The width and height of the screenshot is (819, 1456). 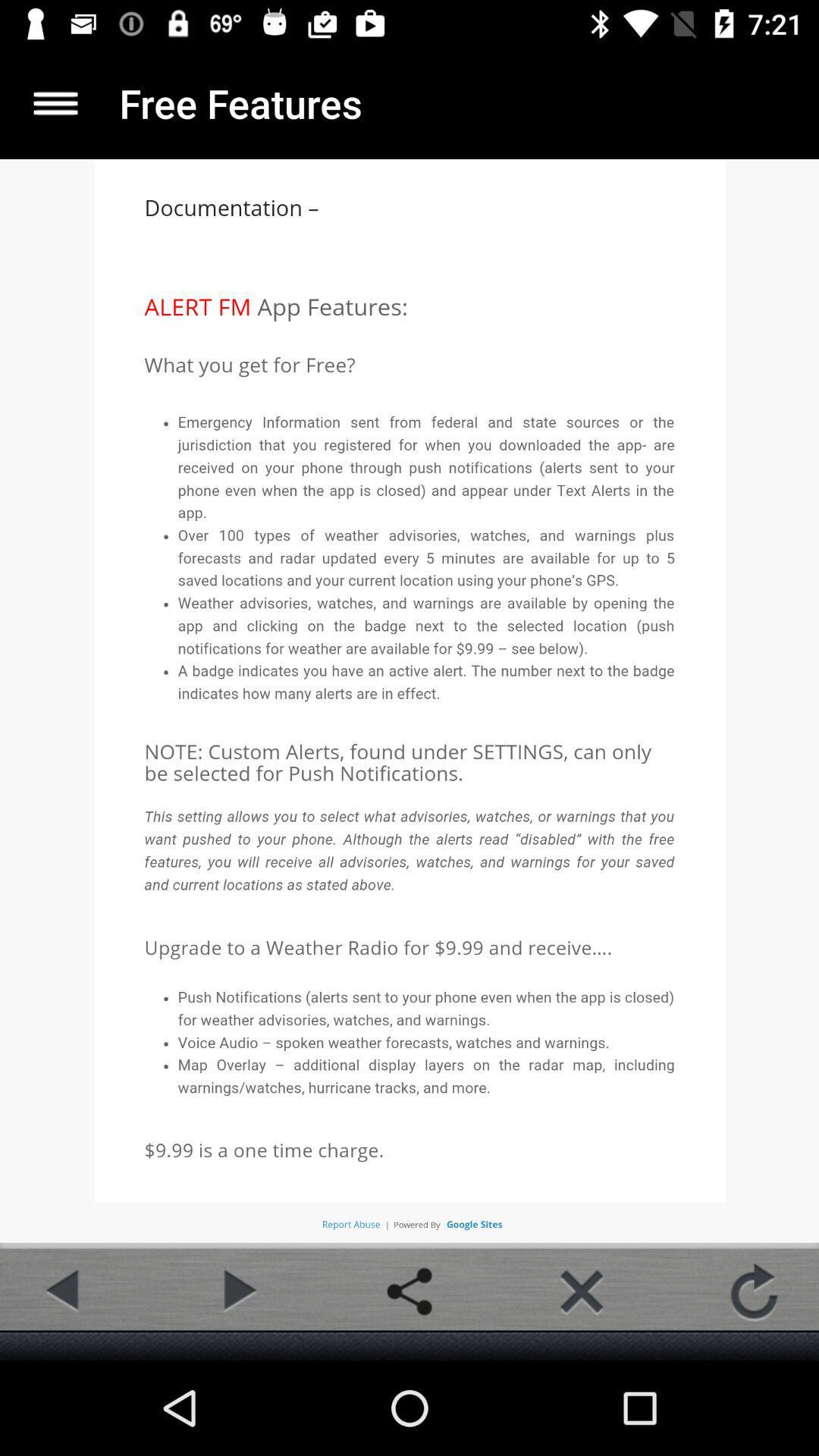 I want to click on refresh, so click(x=754, y=1291).